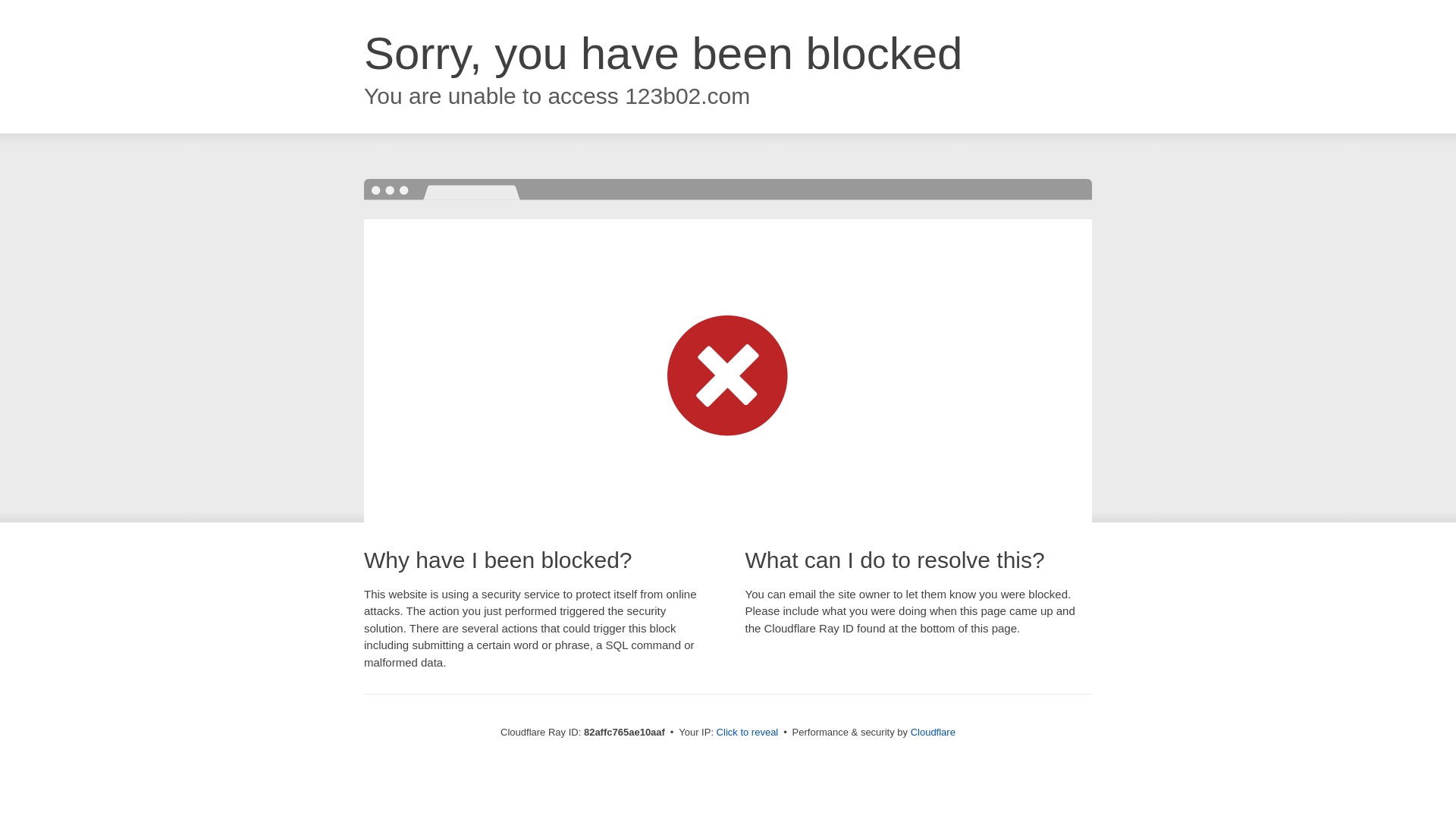 Image resolution: width=1456 pixels, height=819 pixels. What do you see at coordinates (747, 731) in the screenshot?
I see `'Click to reveal'` at bounding box center [747, 731].